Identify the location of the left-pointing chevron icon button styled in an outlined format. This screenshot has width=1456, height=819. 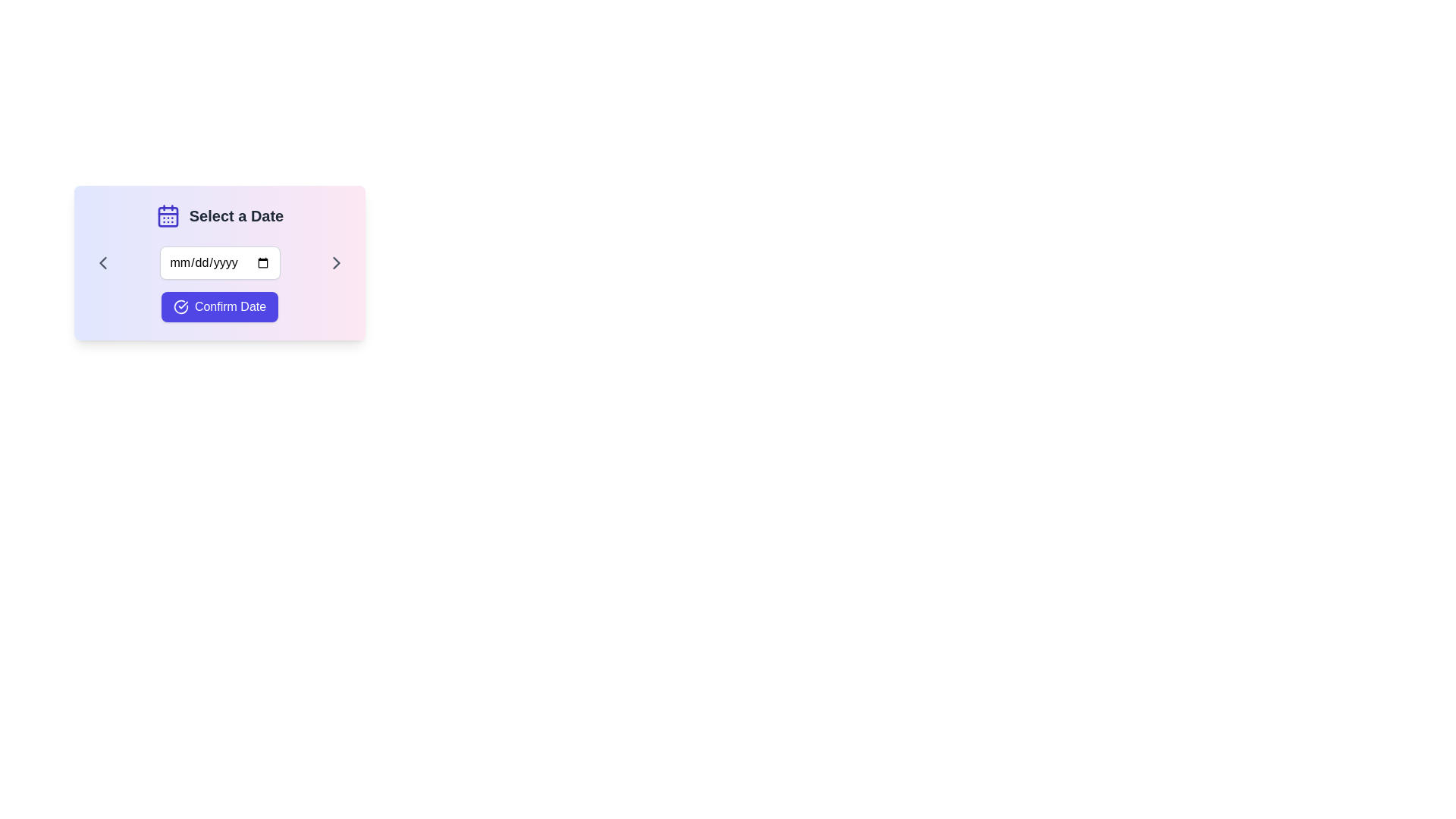
(102, 262).